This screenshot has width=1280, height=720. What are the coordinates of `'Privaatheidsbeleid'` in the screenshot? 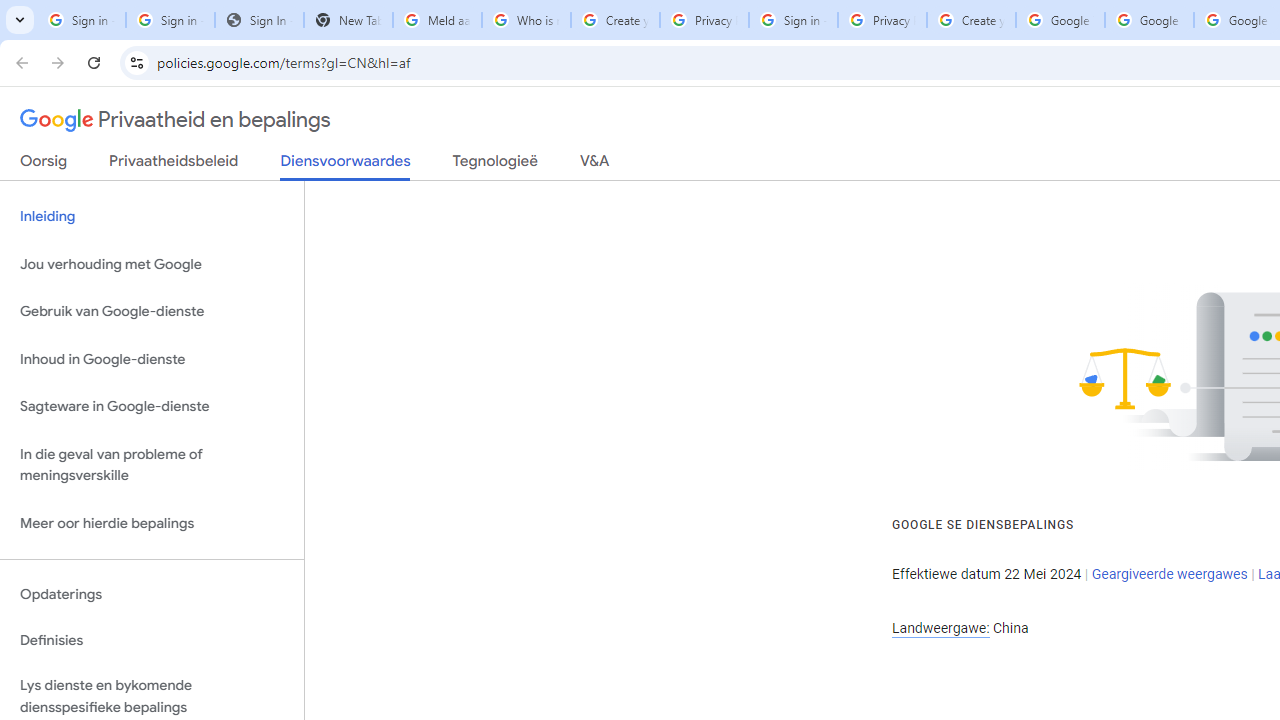 It's located at (174, 164).